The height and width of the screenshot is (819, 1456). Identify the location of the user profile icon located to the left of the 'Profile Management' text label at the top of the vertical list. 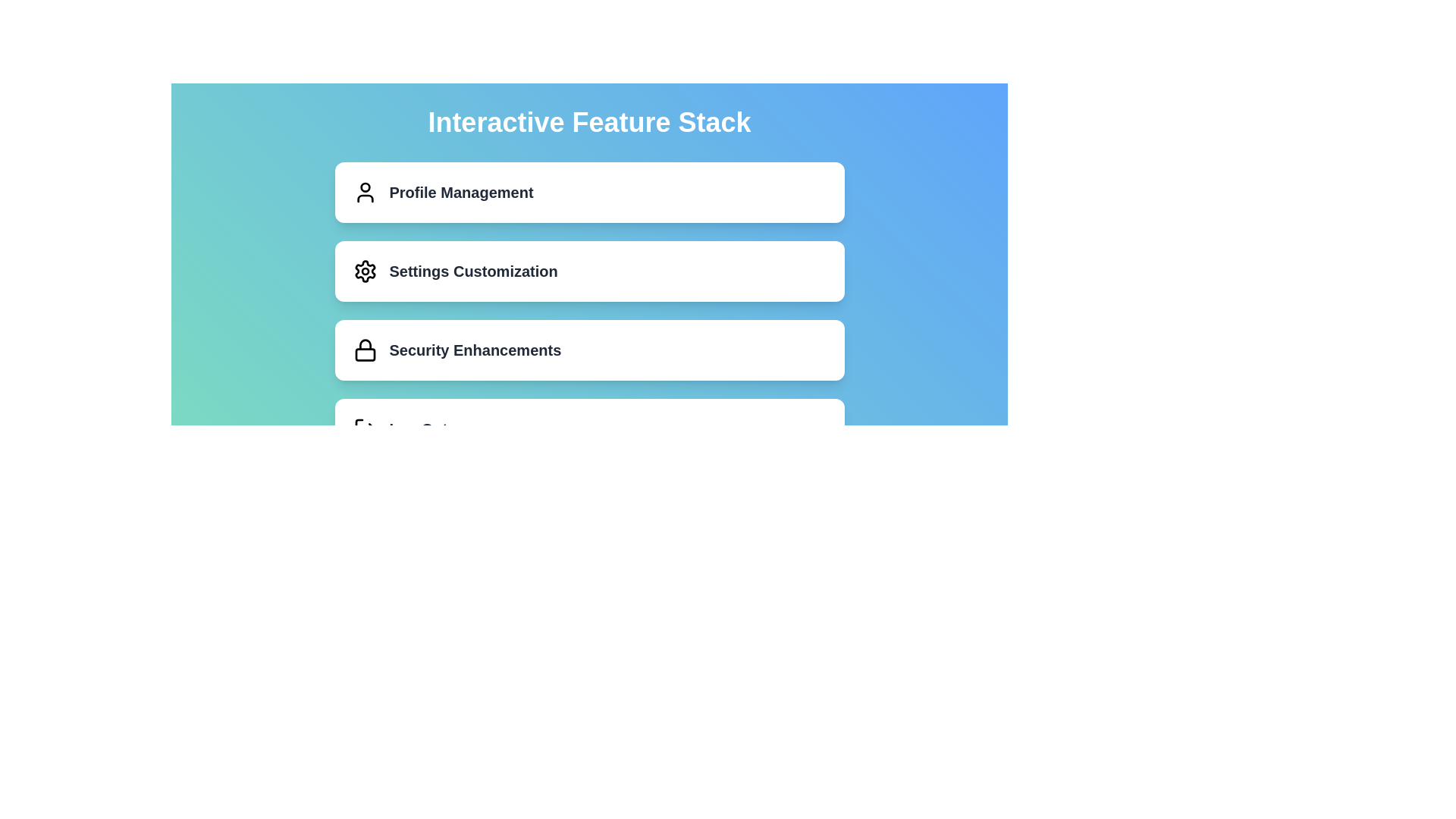
(365, 192).